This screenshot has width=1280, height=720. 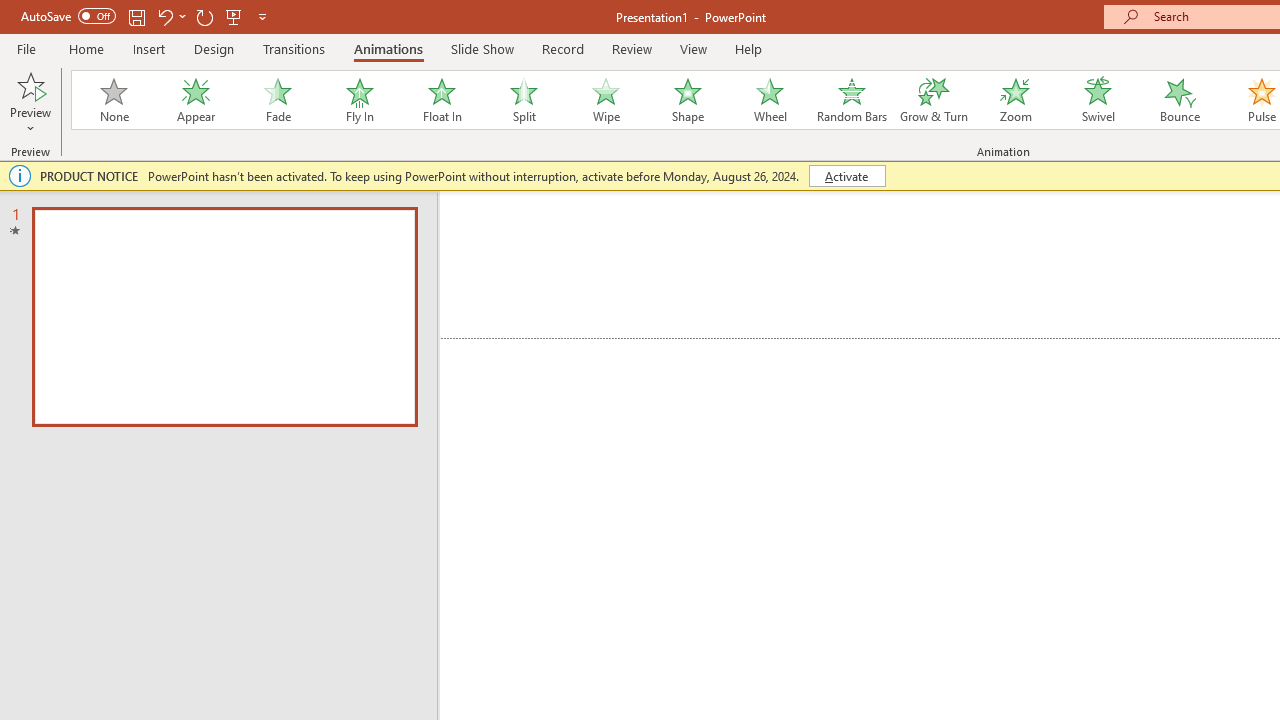 What do you see at coordinates (847, 175) in the screenshot?
I see `'Activate'` at bounding box center [847, 175].